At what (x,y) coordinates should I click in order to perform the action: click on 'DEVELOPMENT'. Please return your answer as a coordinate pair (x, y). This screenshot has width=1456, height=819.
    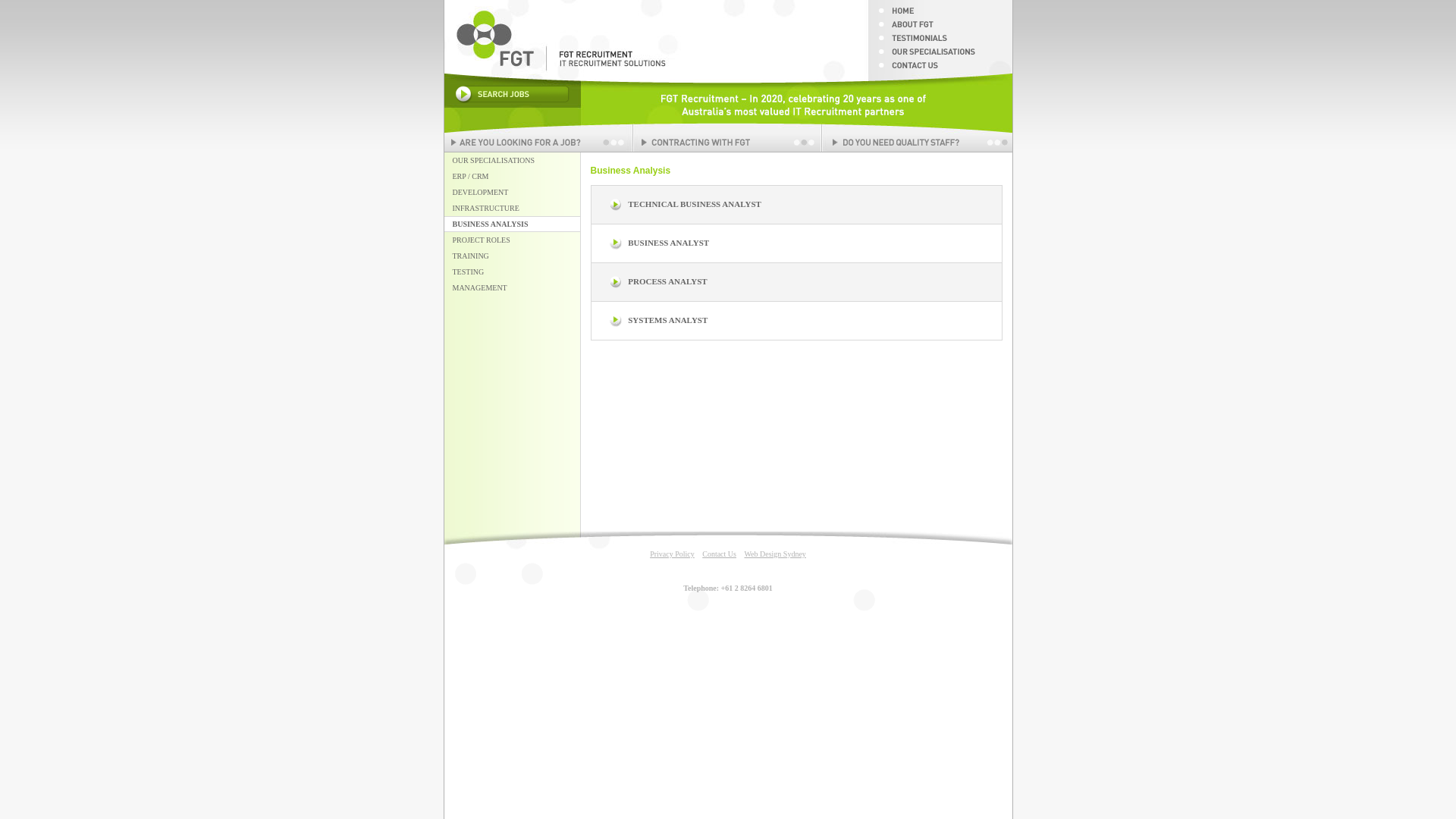
    Looking at the image, I should click on (513, 191).